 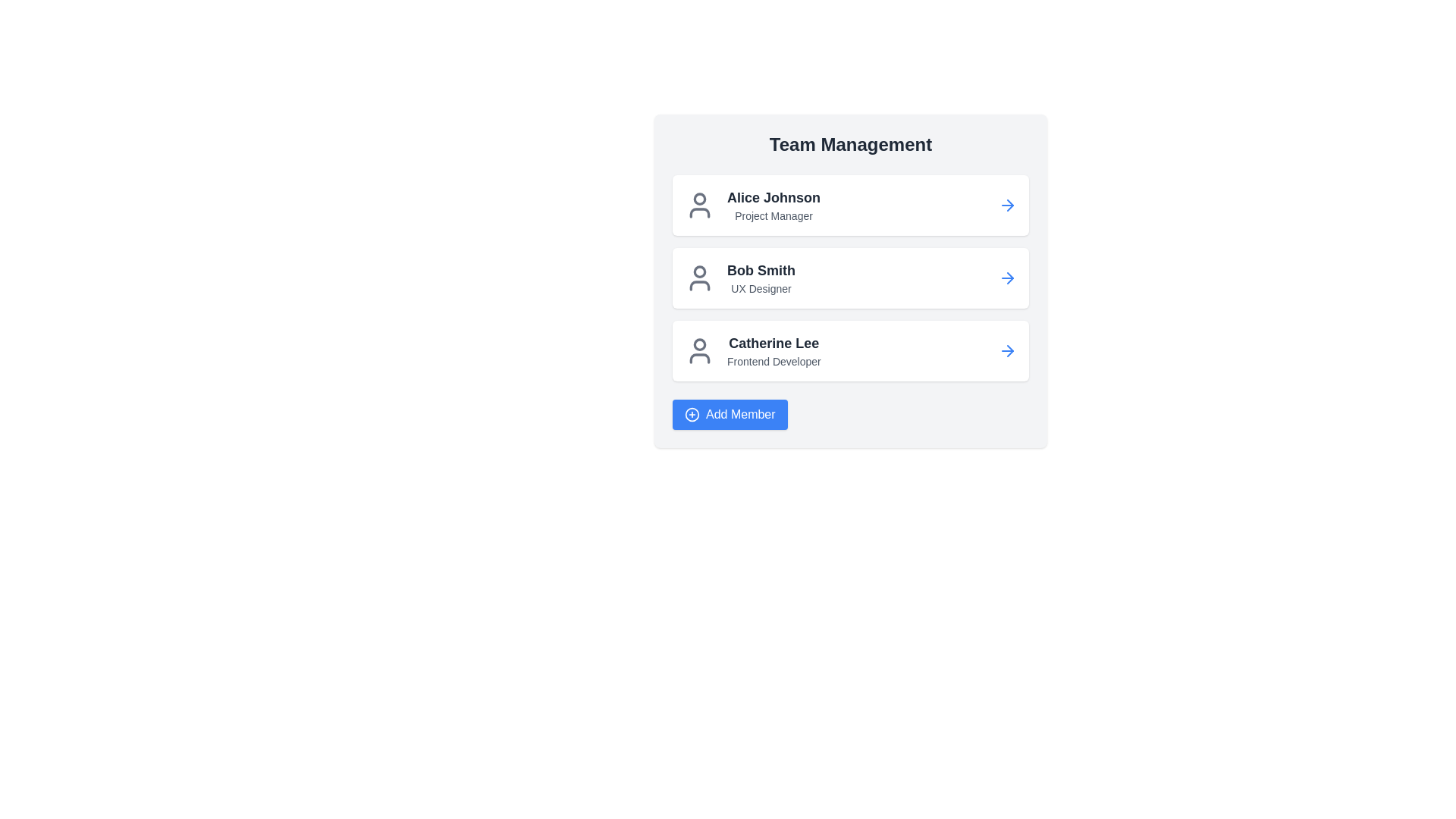 I want to click on information displayed in the Text Display with Contextual Icon that shows 'Bob Smith' and 'UX Designer' under the 'Team Management' heading, so click(x=739, y=278).